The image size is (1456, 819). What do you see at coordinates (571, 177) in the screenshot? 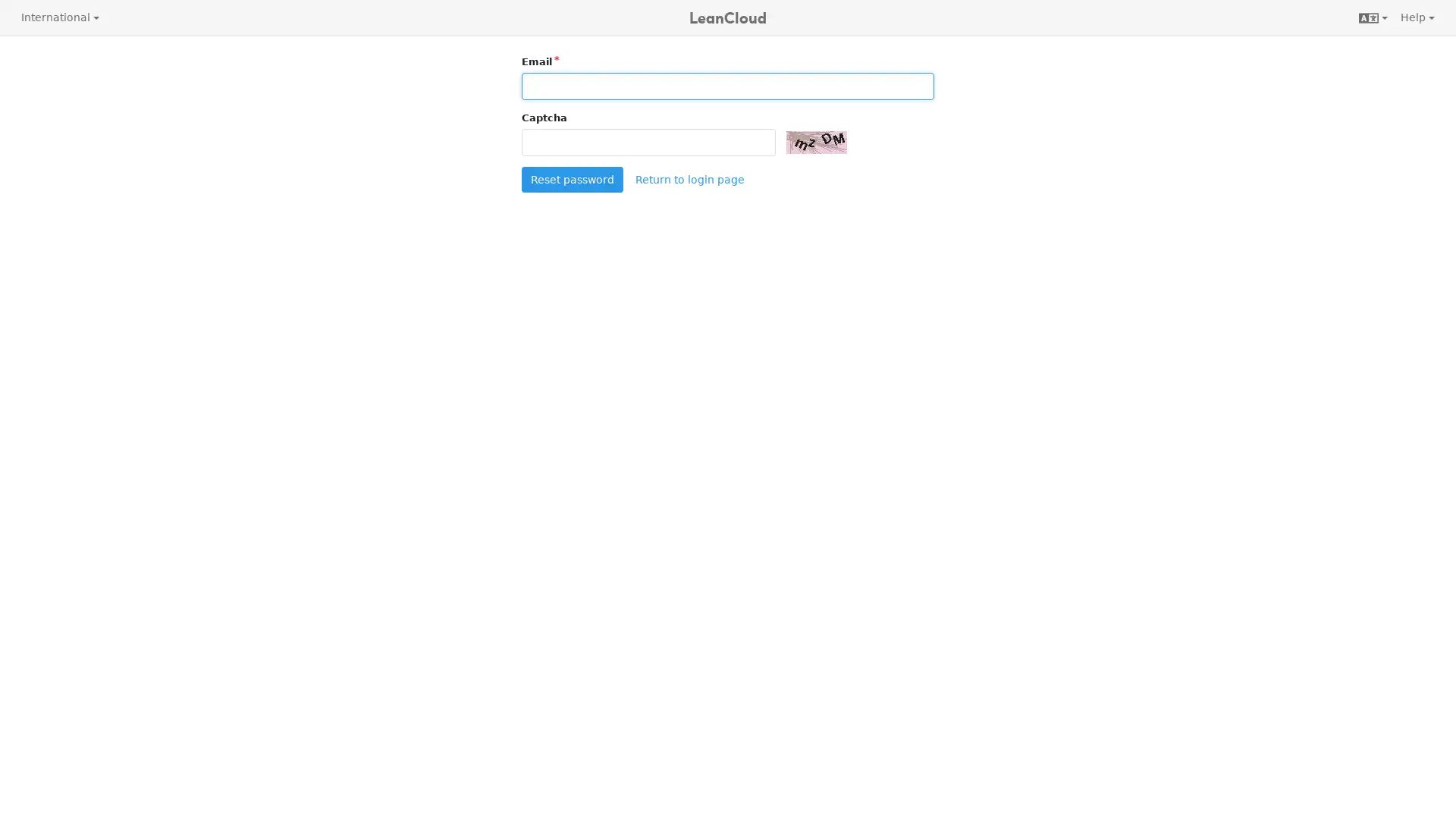
I see `Reset password` at bounding box center [571, 177].